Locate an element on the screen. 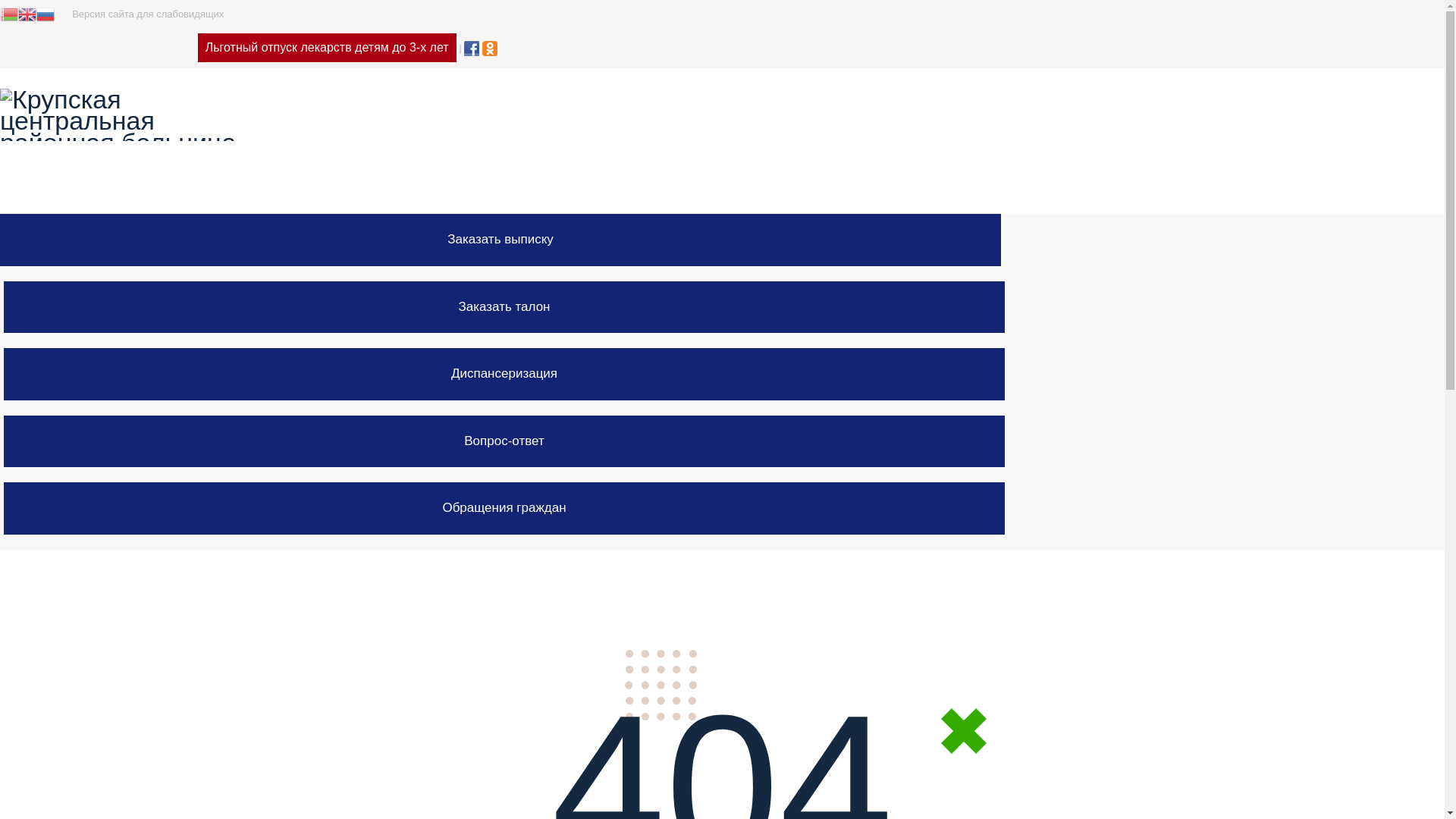  'Belarusian' is located at coordinates (9, 13).